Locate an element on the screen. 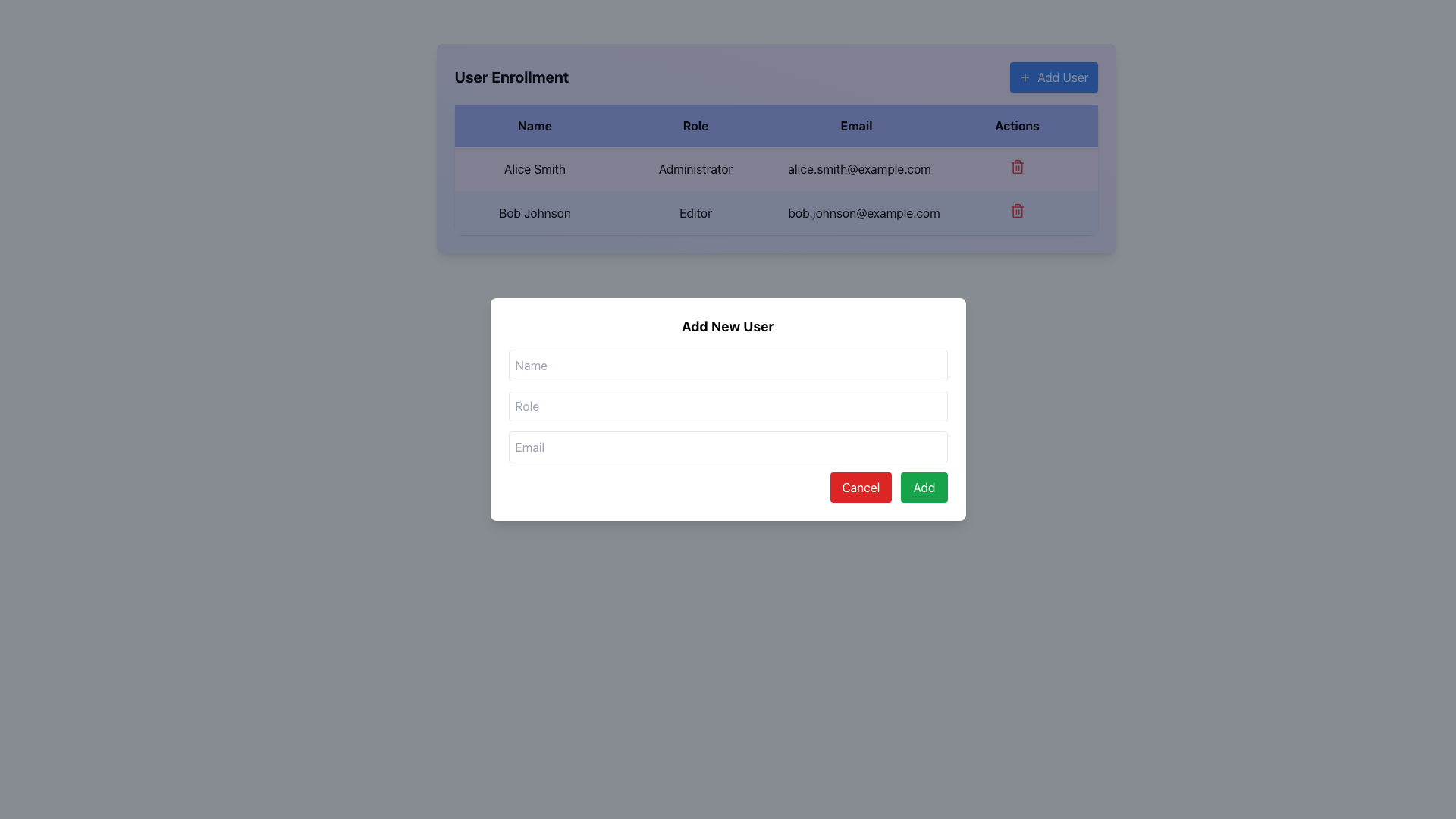  the red 'Cancel' button located at the bottom-right corner of the modal dialog box to observe any hover effects is located at coordinates (861, 488).